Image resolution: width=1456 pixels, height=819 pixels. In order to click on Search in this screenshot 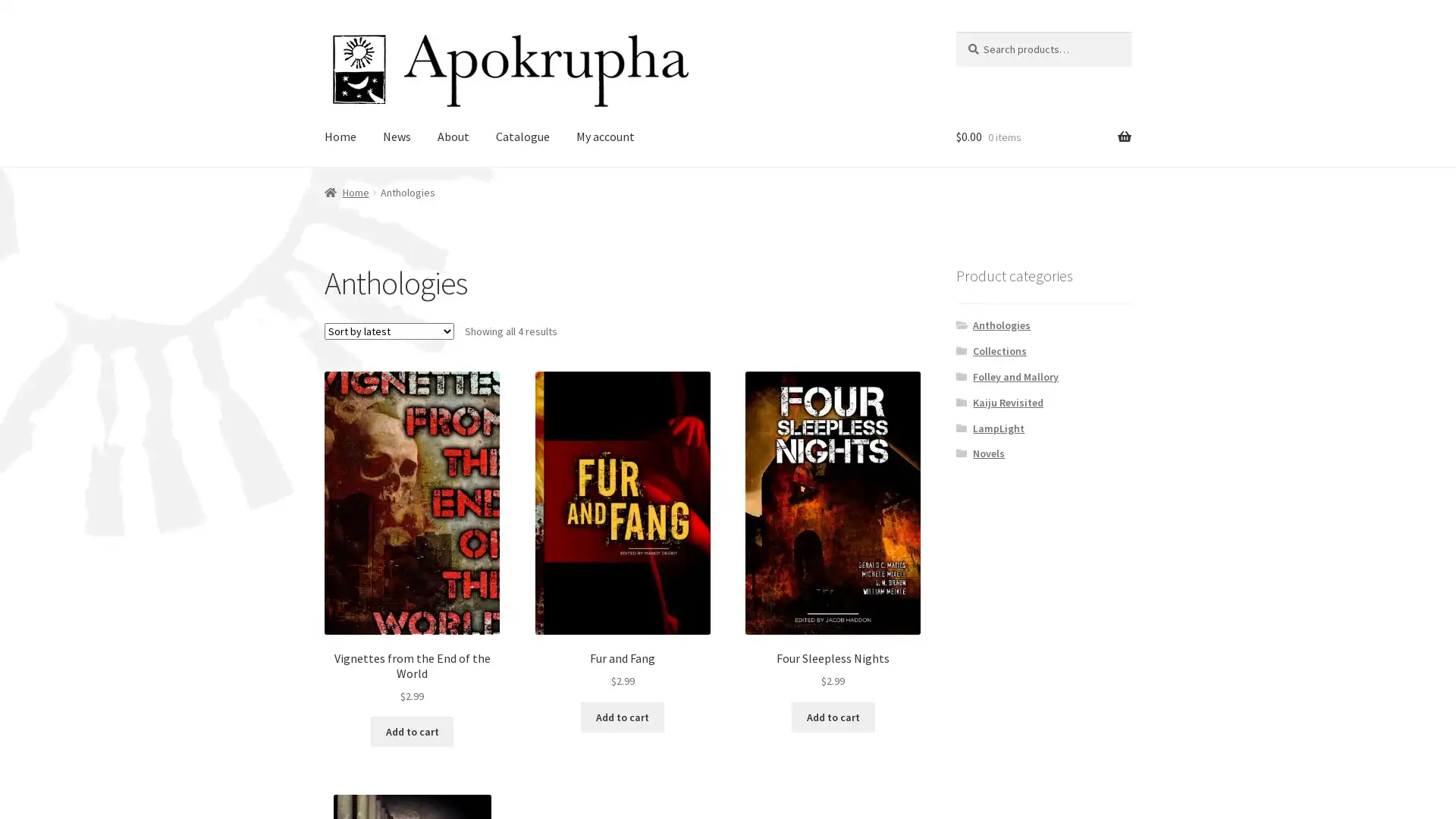, I will do `click(954, 30)`.